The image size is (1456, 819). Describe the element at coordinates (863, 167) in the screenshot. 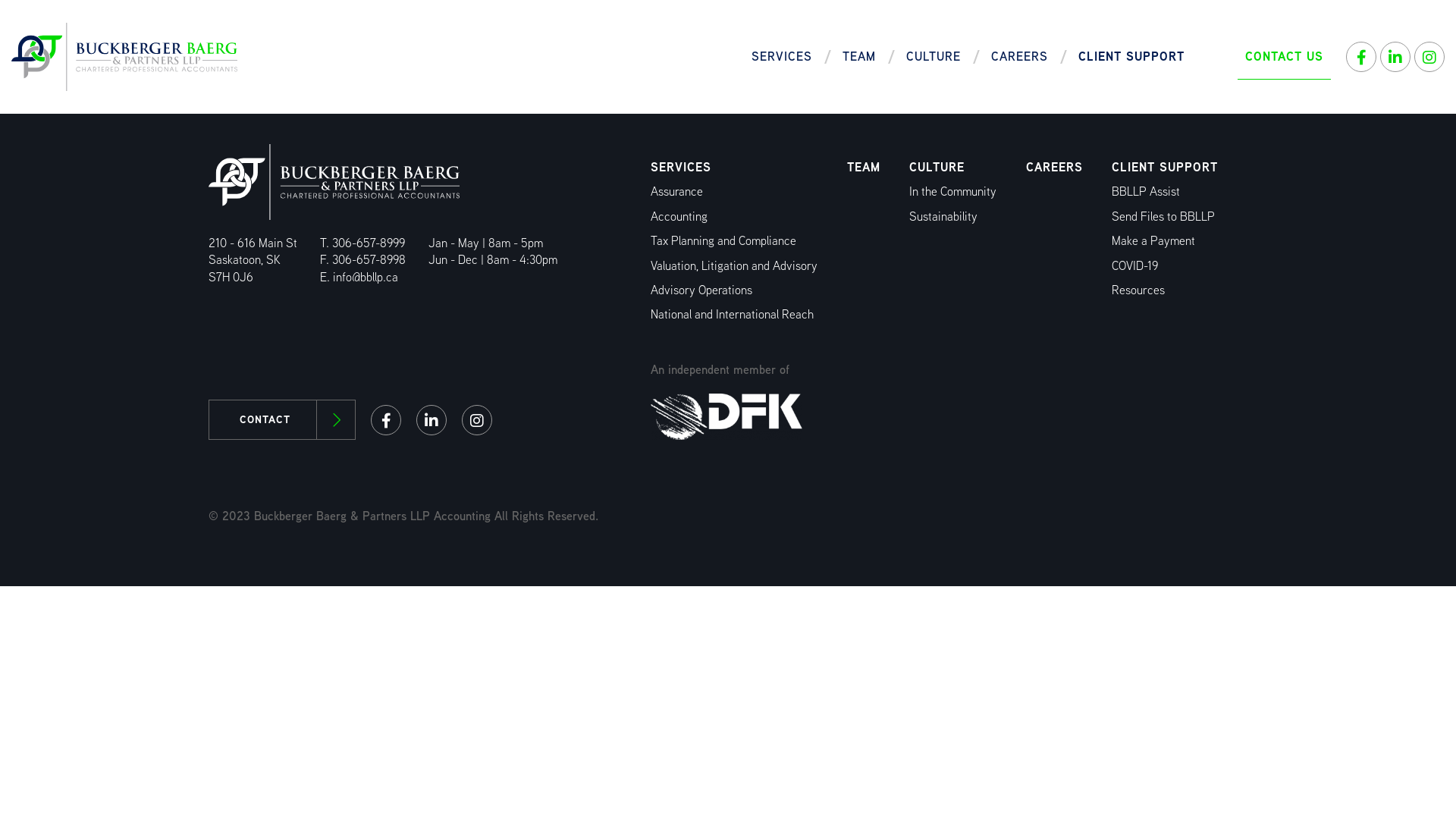

I see `'TEAM'` at that location.